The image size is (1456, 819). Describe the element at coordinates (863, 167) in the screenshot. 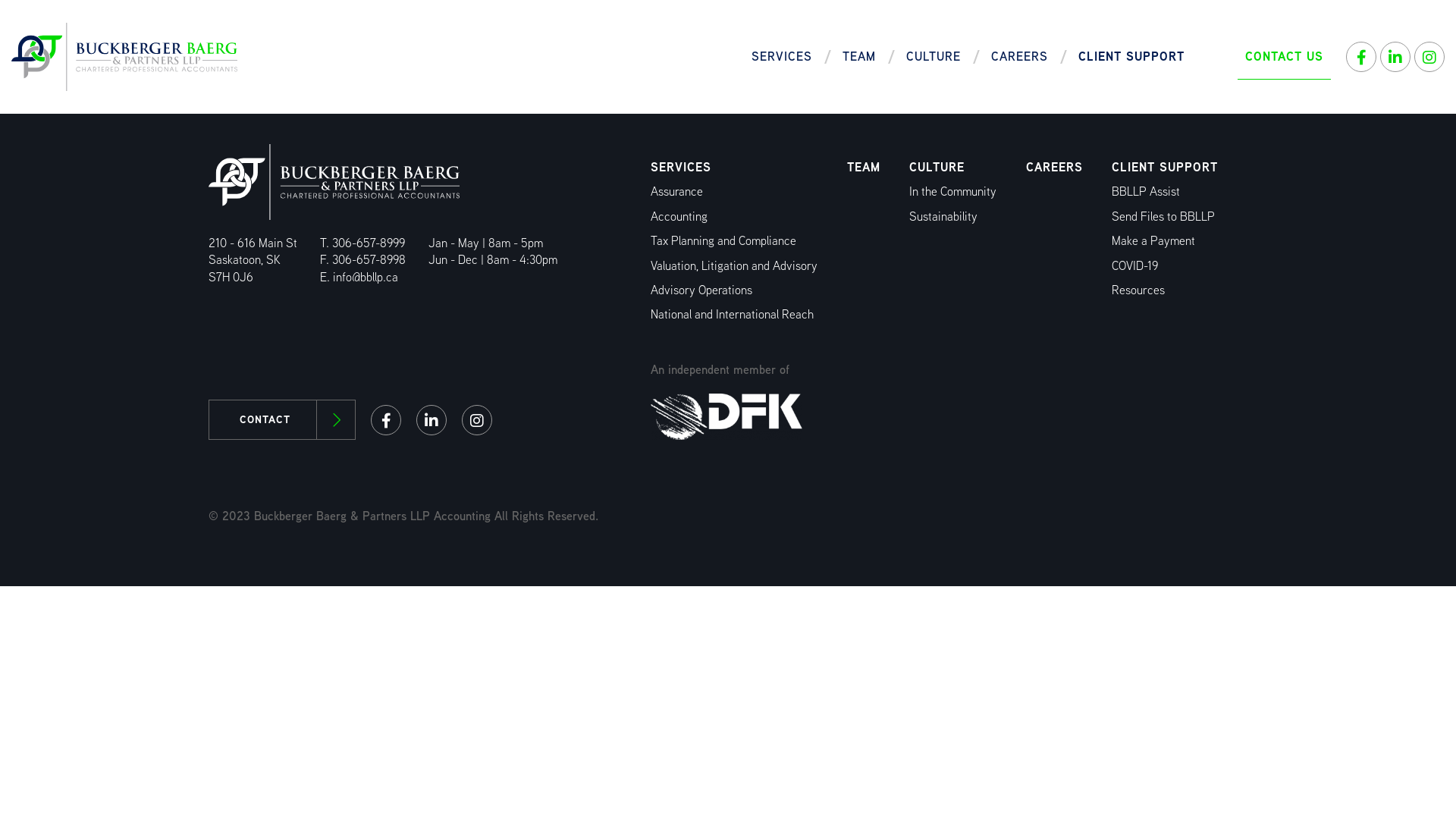

I see `'TEAM'` at that location.